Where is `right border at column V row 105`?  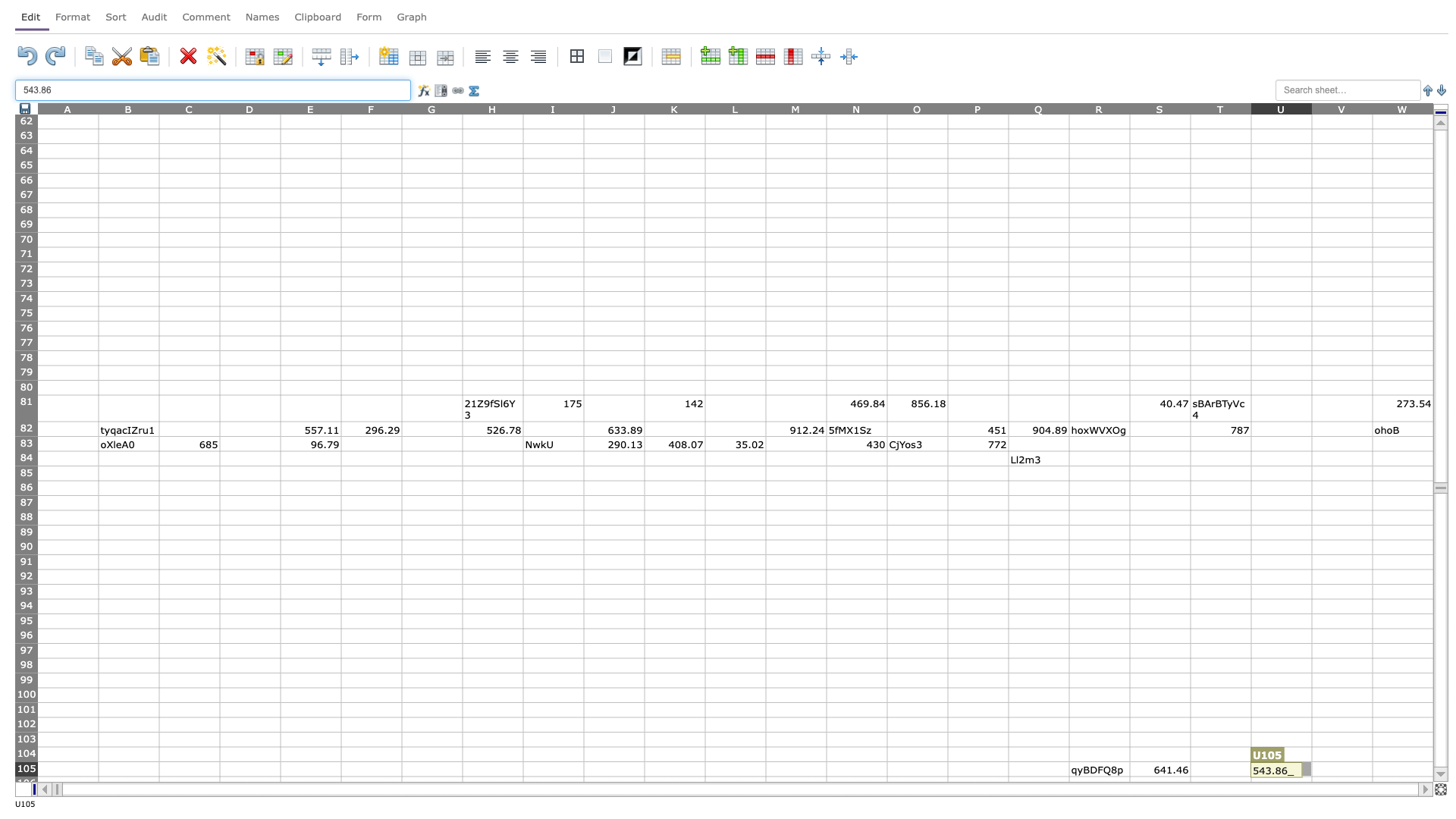
right border at column V row 105 is located at coordinates (1372, 769).